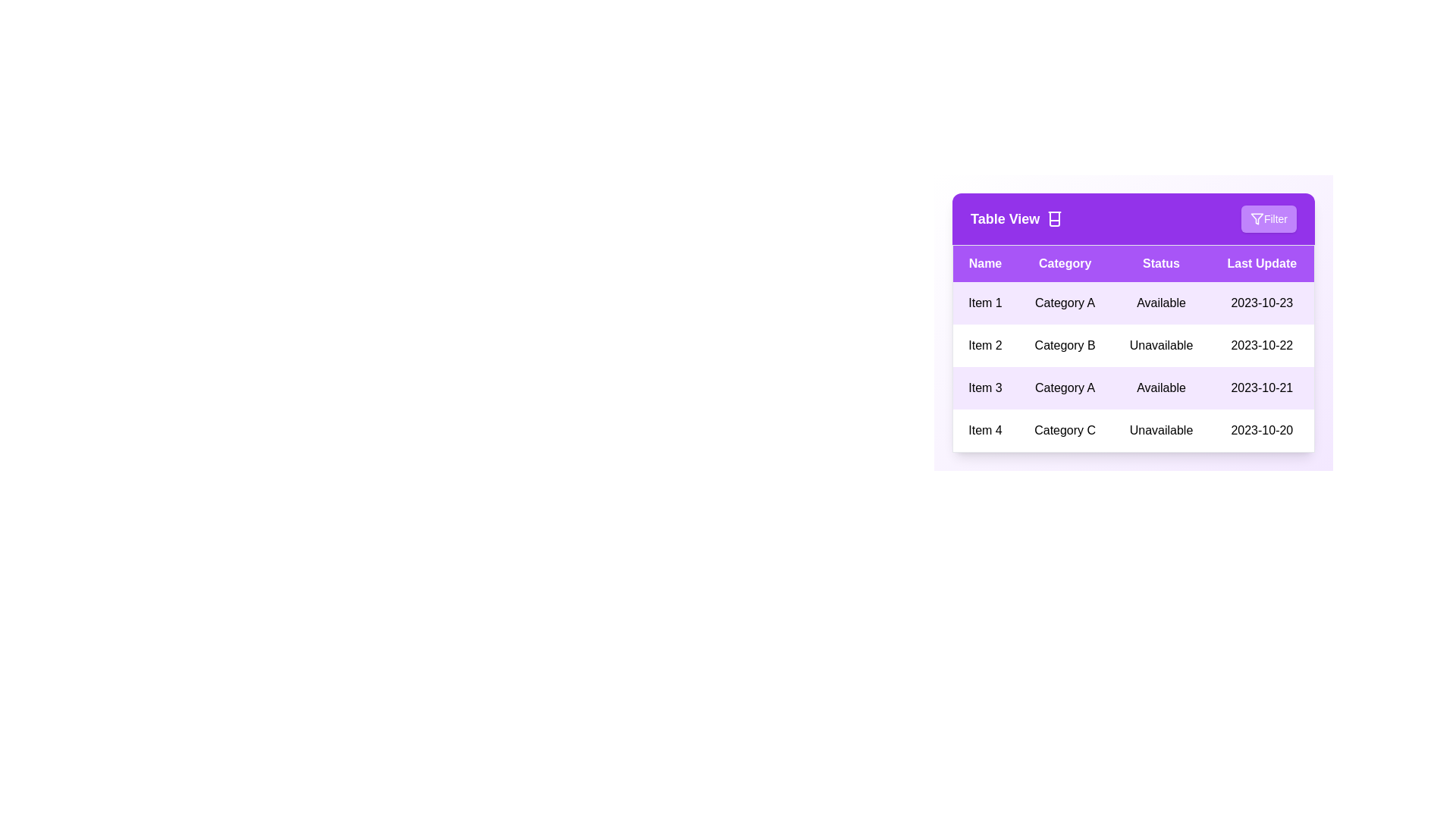 The width and height of the screenshot is (1456, 819). What do you see at coordinates (1133, 430) in the screenshot?
I see `the row corresponding to 4` at bounding box center [1133, 430].